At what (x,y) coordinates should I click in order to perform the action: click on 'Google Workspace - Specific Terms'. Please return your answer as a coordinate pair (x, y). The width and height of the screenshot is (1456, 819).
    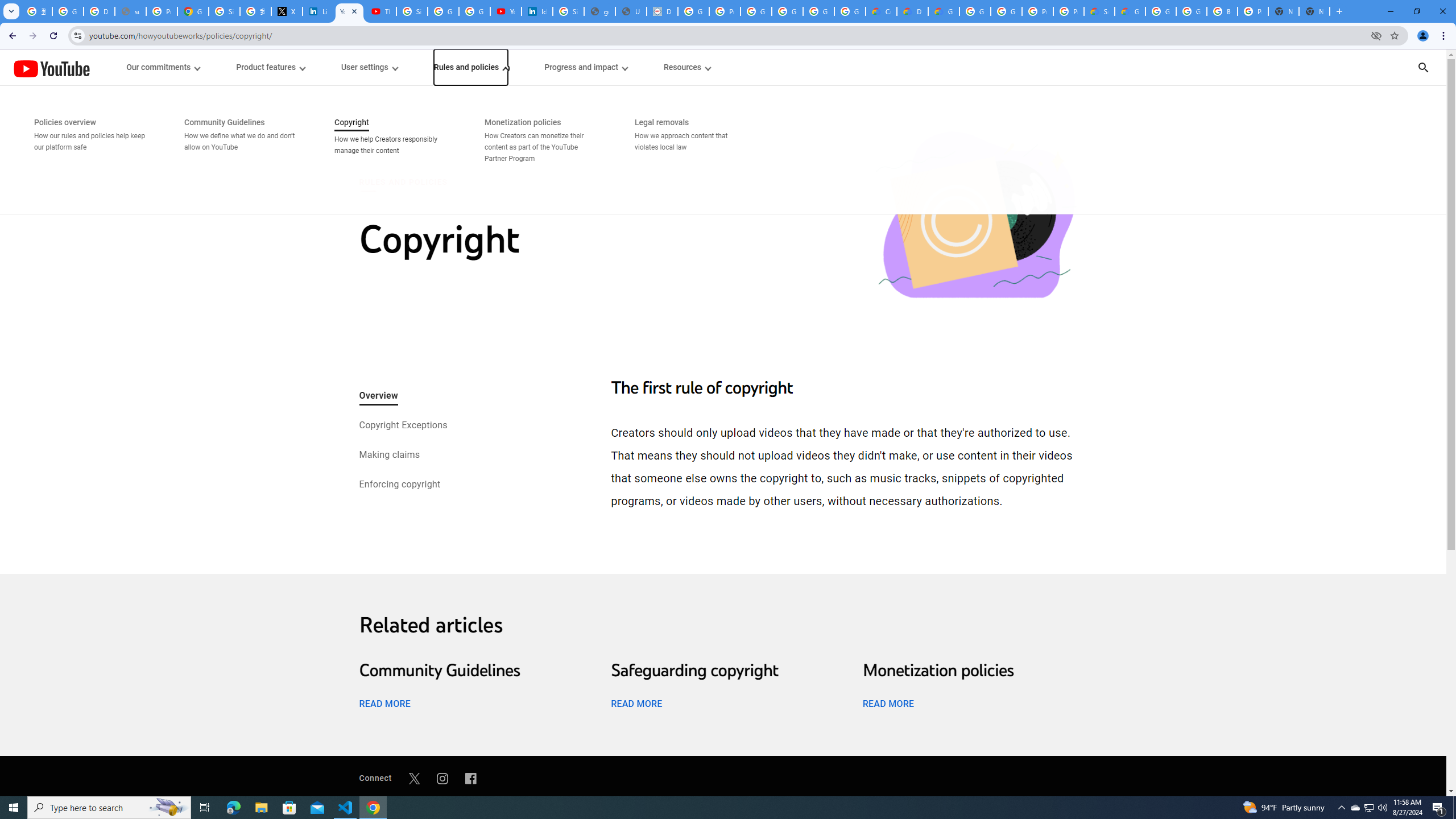
    Looking at the image, I should click on (850, 11).